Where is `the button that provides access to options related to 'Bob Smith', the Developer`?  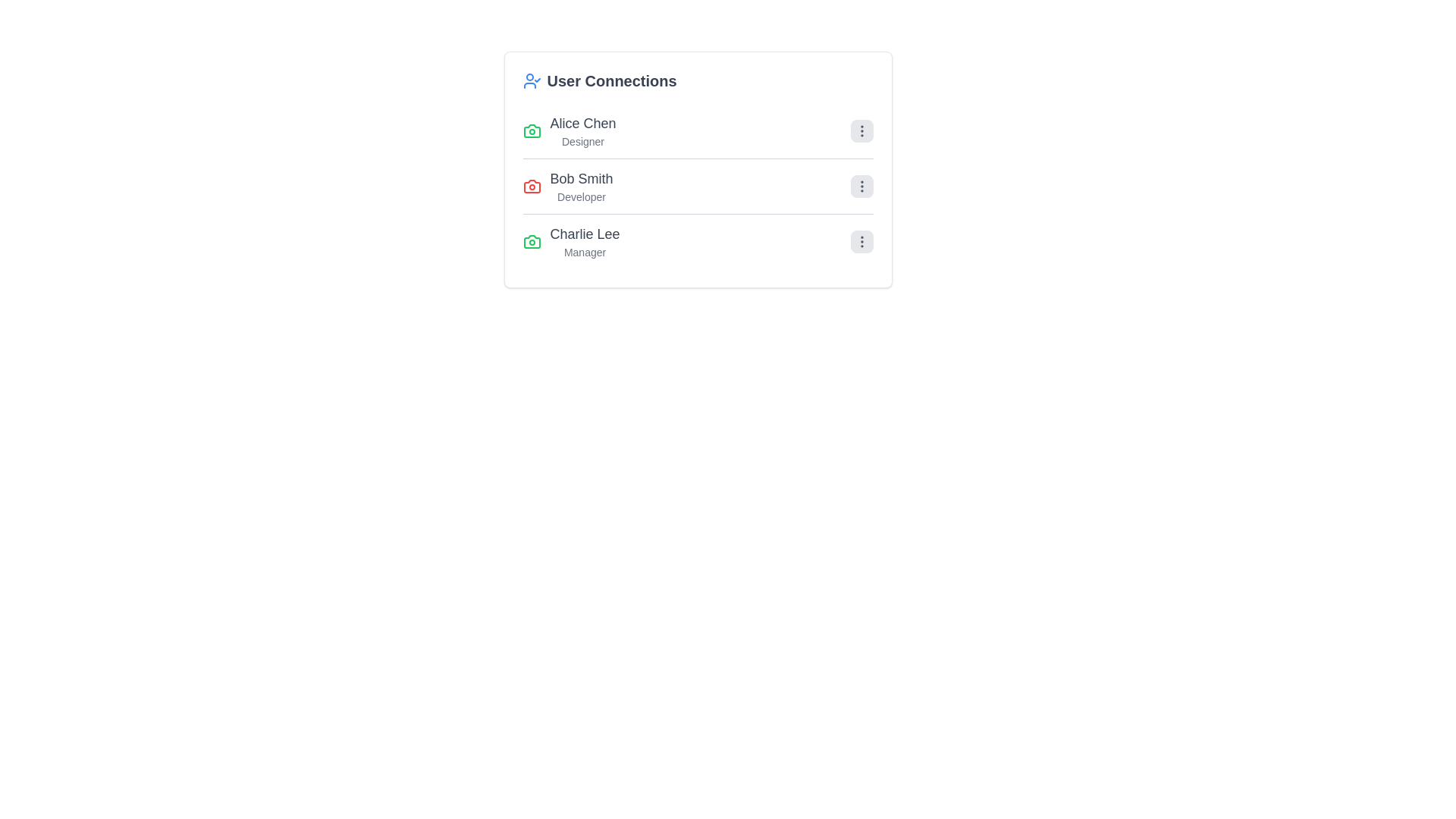 the button that provides access to options related to 'Bob Smith', the Developer is located at coordinates (861, 186).